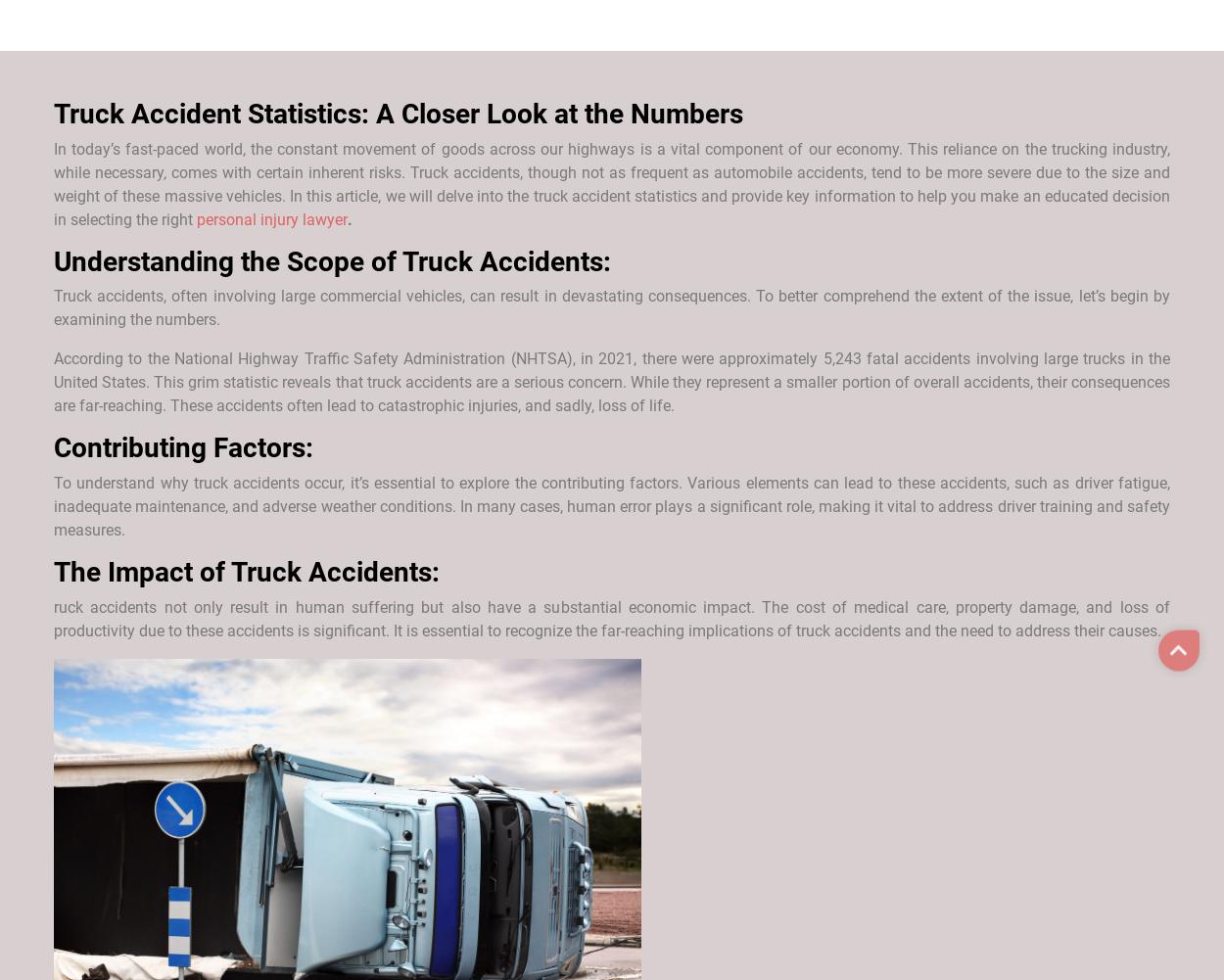 Image resolution: width=1224 pixels, height=980 pixels. What do you see at coordinates (247, 572) in the screenshot?
I see `'The Impact of Truck Accidents:'` at bounding box center [247, 572].